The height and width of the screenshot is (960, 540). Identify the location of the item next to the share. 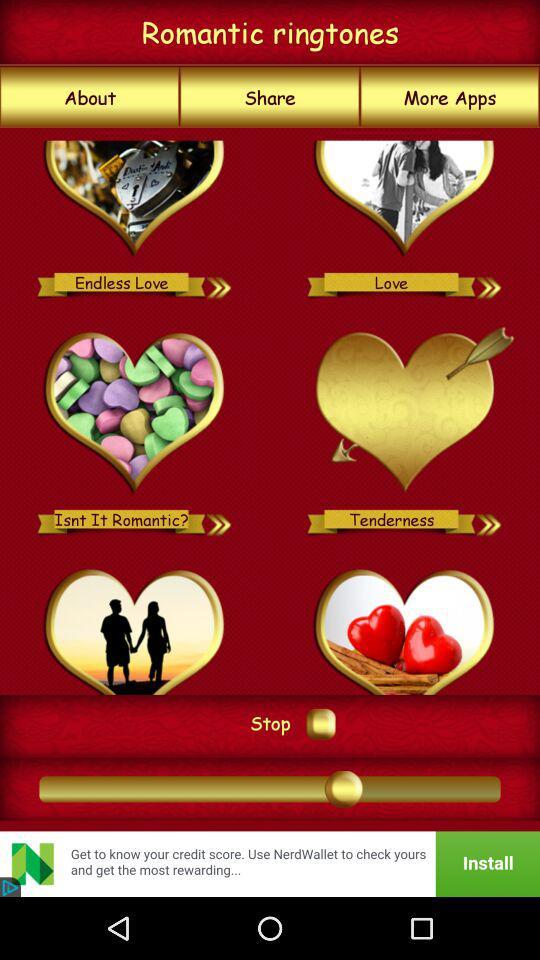
(450, 97).